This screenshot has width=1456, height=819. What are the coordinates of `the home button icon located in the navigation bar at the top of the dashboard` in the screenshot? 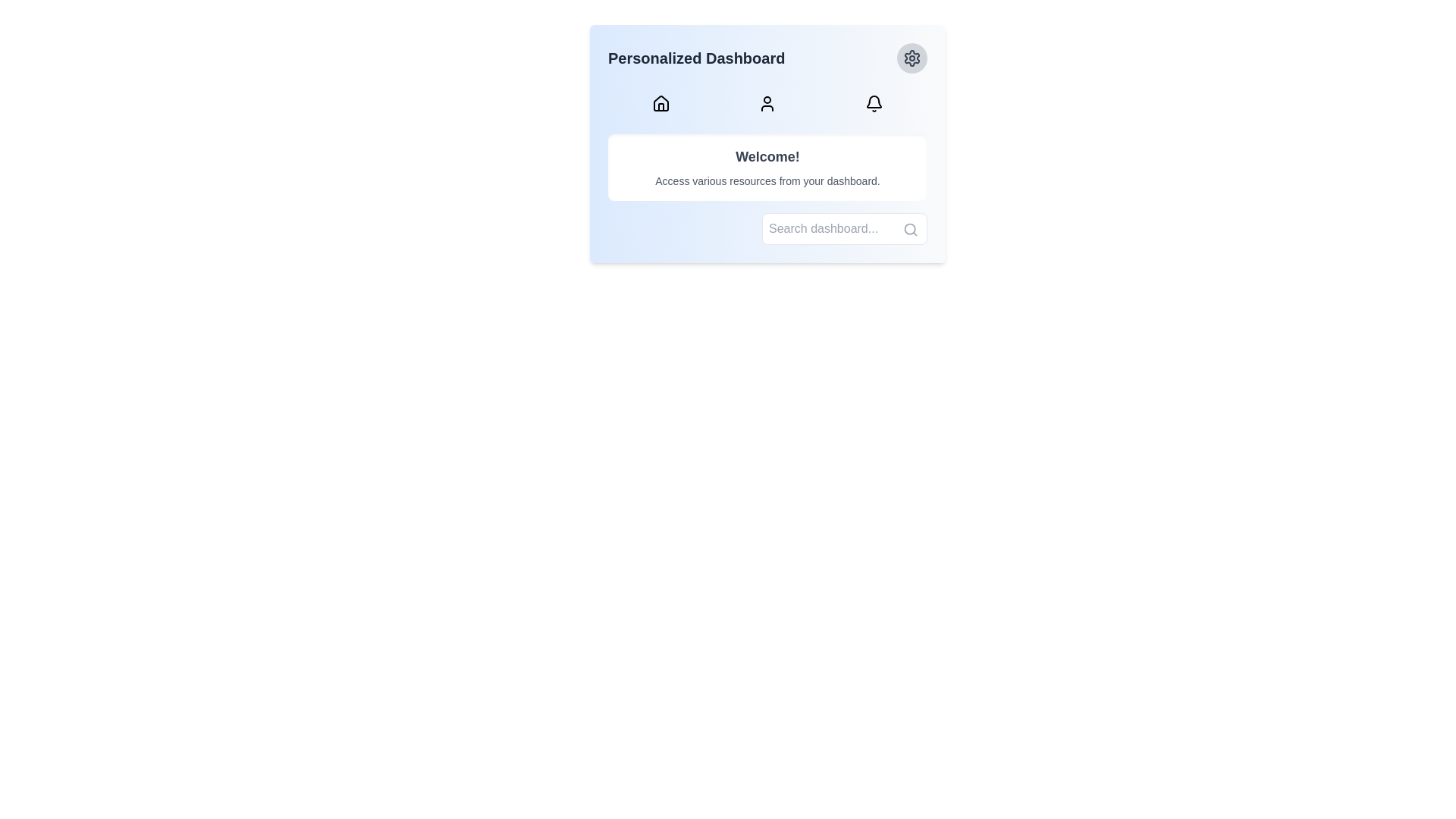 It's located at (661, 102).